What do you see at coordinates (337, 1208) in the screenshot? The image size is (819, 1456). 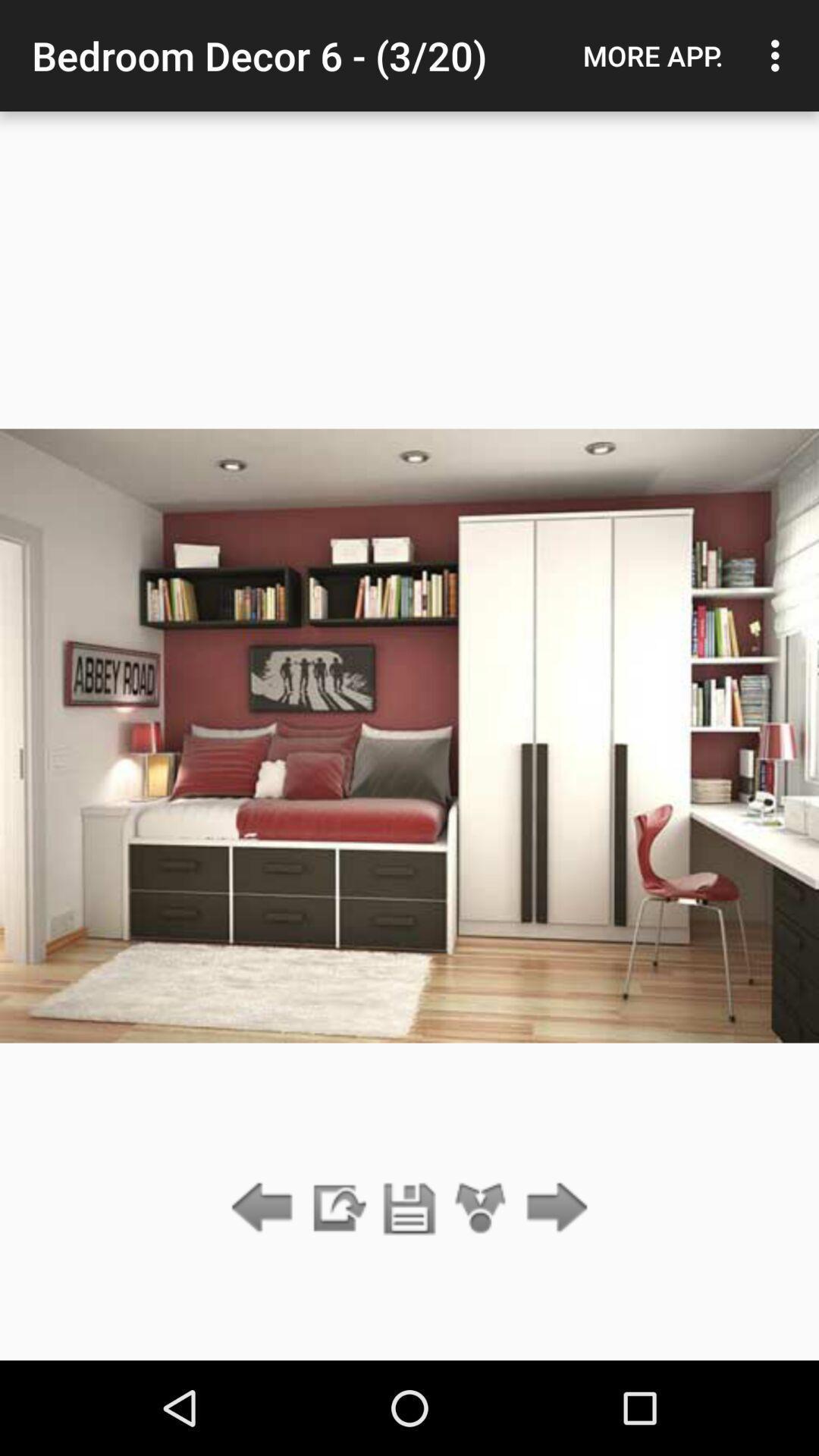 I see `the icon below bedroom decor 6` at bounding box center [337, 1208].